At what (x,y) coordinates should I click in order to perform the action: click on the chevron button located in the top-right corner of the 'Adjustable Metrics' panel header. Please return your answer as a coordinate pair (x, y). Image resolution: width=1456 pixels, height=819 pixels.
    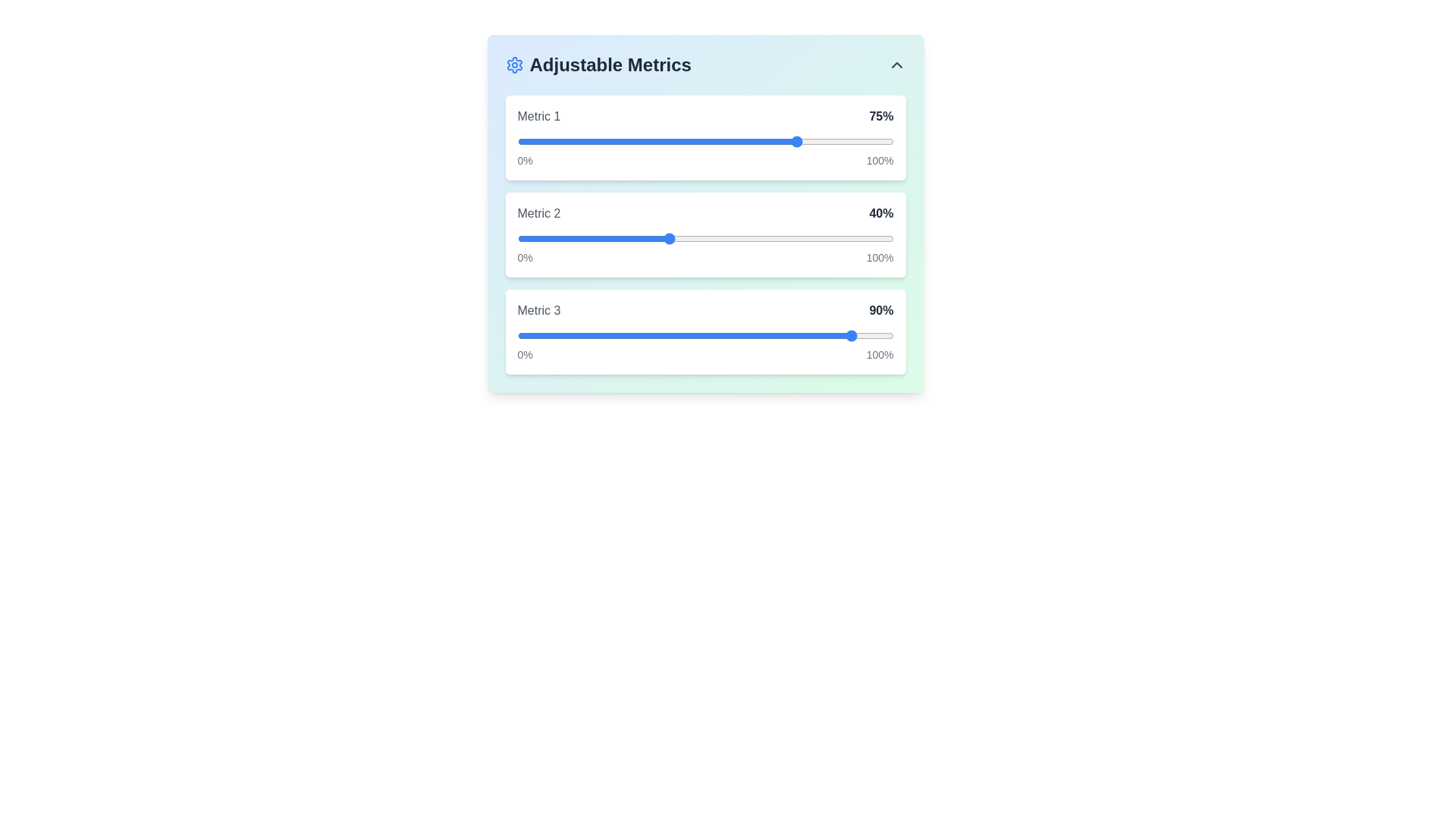
    Looking at the image, I should click on (896, 64).